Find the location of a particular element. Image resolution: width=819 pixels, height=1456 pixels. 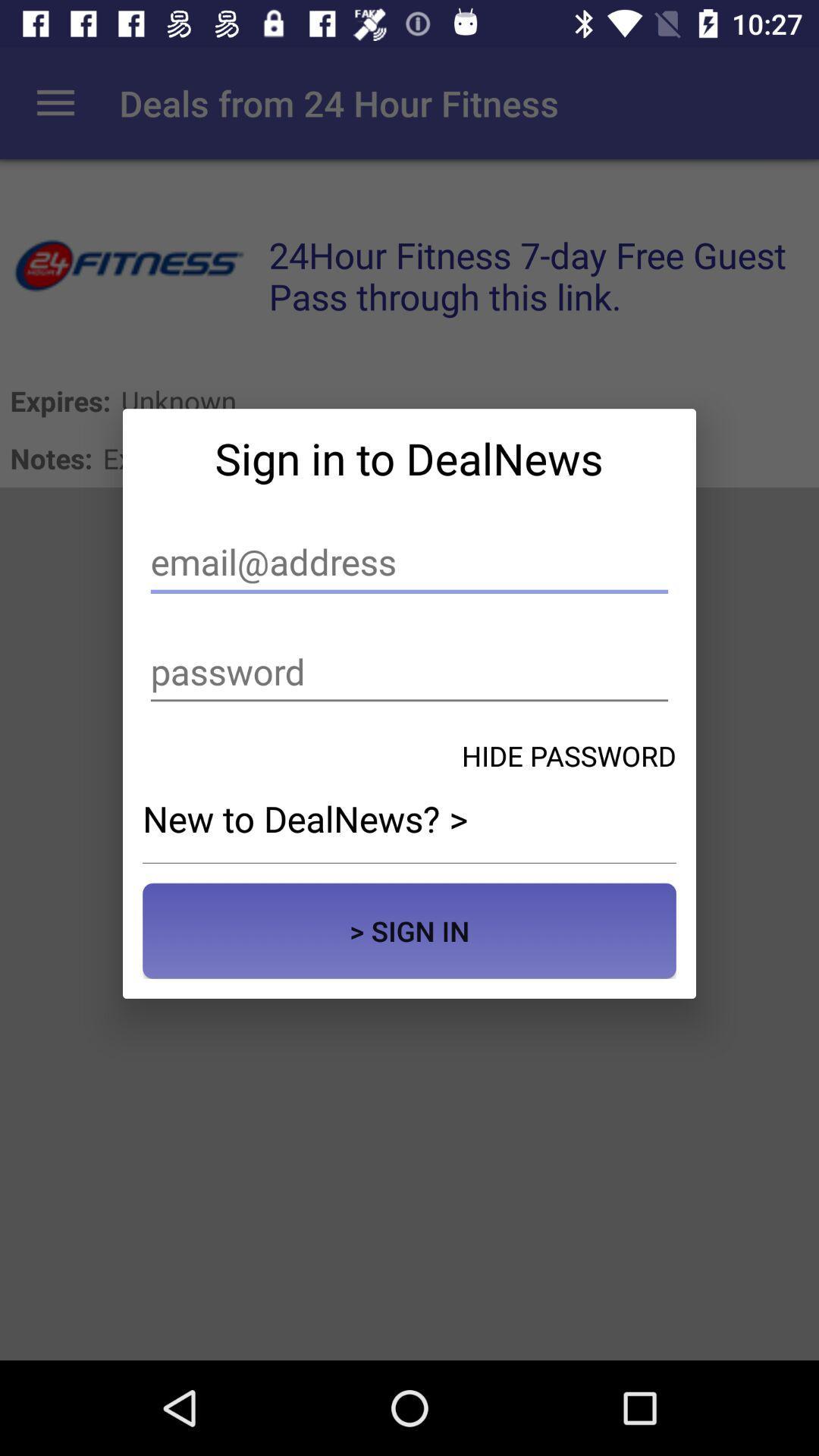

icon below sign in to icon is located at coordinates (409, 561).